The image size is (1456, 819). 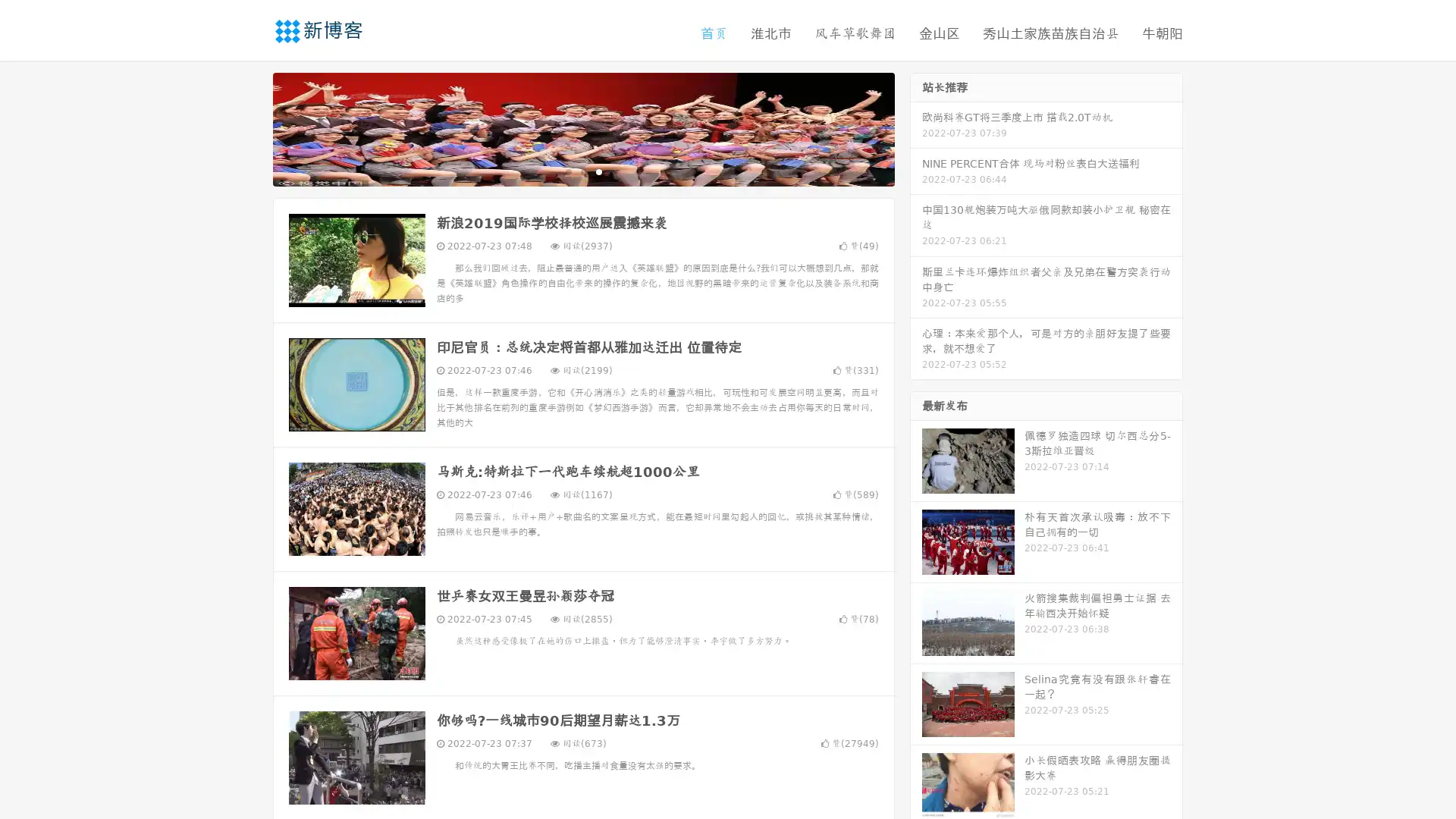 What do you see at coordinates (250, 127) in the screenshot?
I see `Previous slide` at bounding box center [250, 127].